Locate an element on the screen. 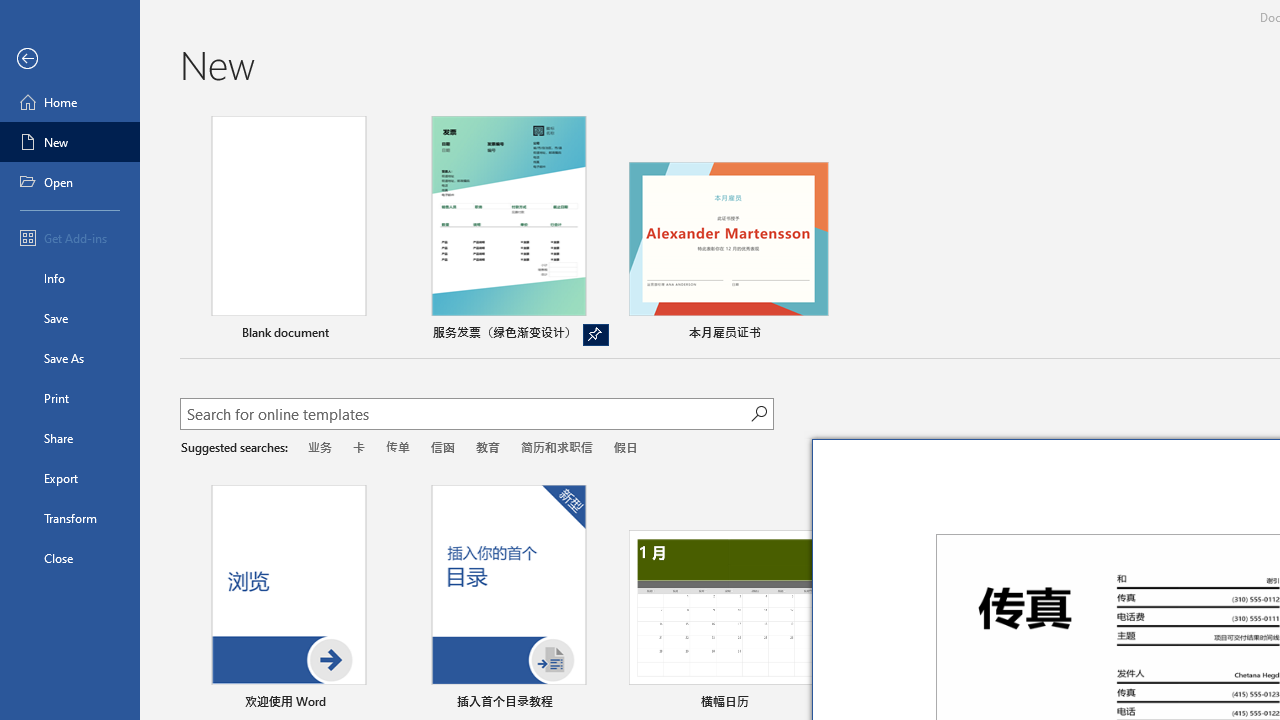  'Info' is located at coordinates (69, 277).